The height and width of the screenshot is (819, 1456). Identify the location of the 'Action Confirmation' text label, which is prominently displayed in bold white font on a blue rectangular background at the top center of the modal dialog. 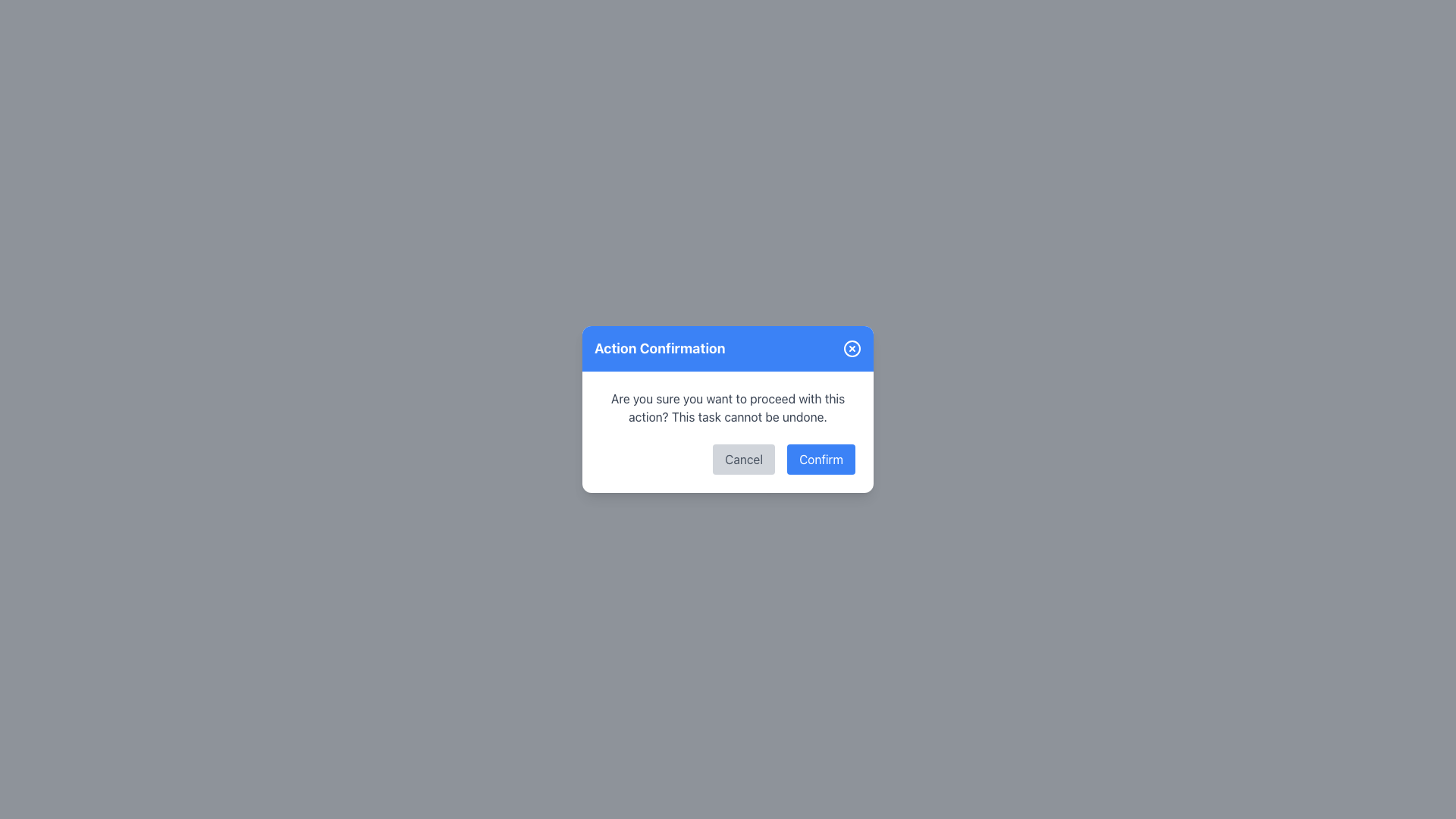
(660, 348).